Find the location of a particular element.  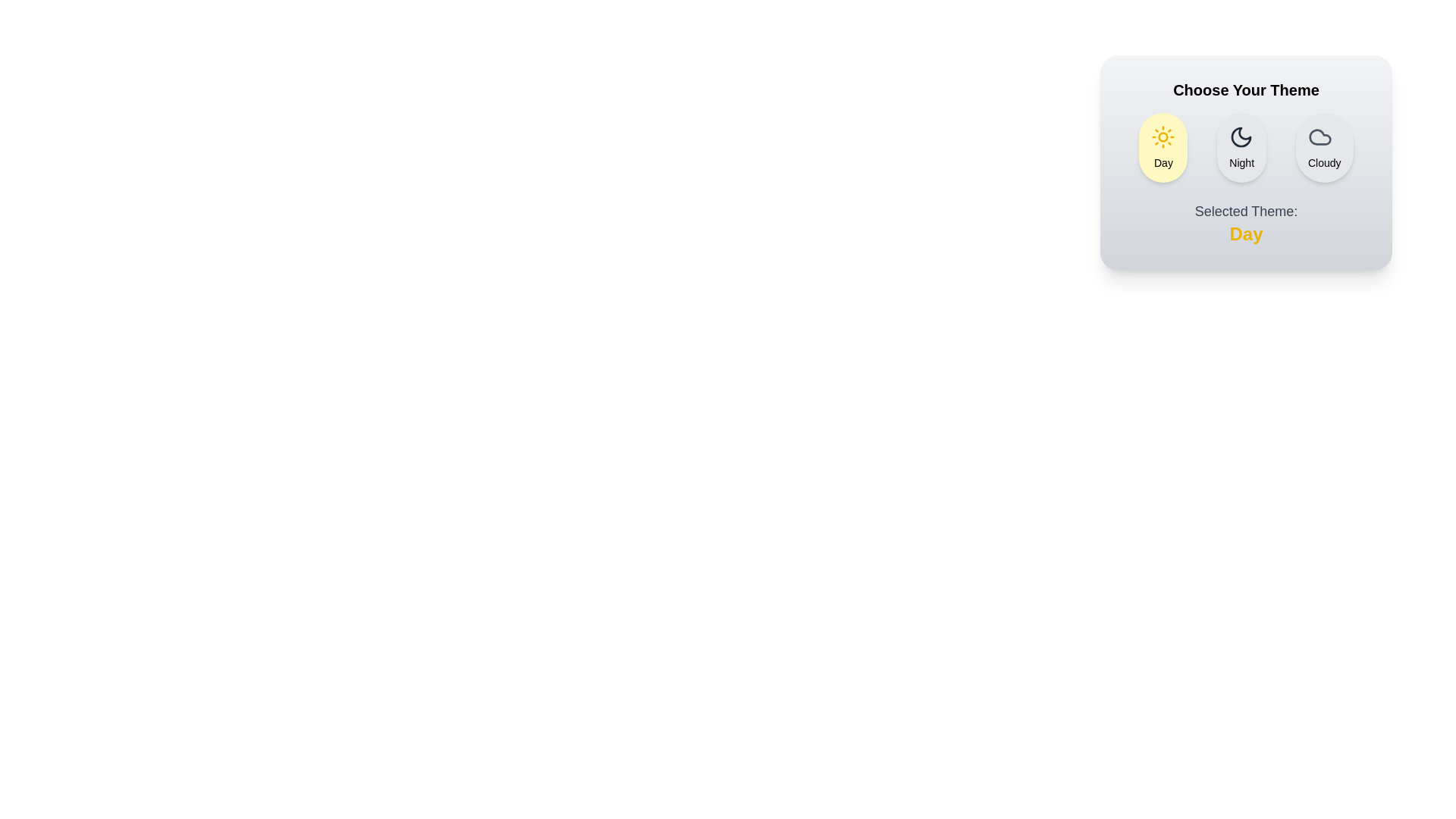

the theme Cloudy by clicking its corresponding button is located at coordinates (1323, 148).